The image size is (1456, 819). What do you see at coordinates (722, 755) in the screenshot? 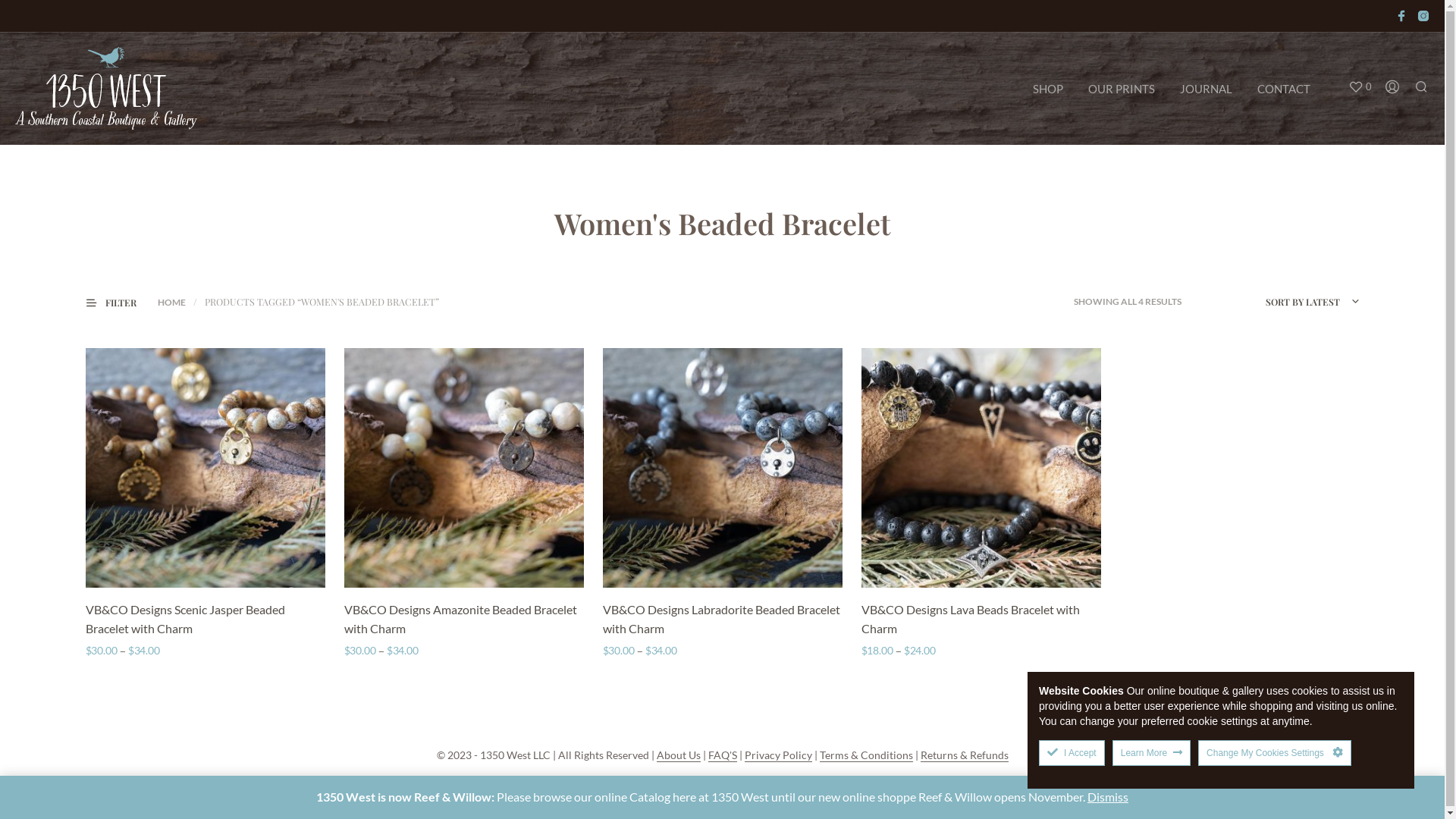
I see `'FAQ'S'` at bounding box center [722, 755].